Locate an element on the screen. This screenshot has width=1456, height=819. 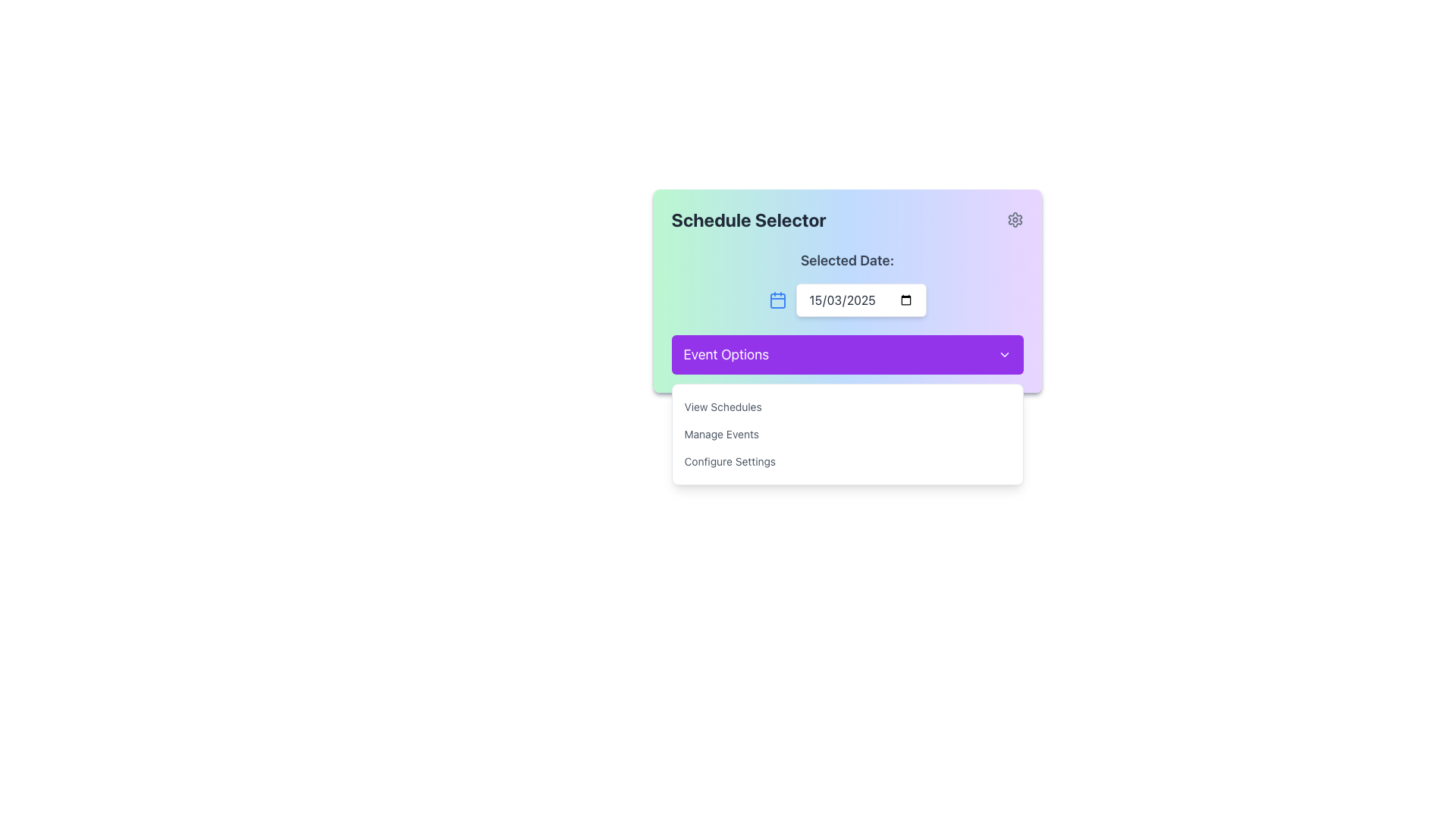
text 'Schedule Selector' which is prominently displayed in bold and large font on the gradient card in the top-left corner of the interface is located at coordinates (748, 219).